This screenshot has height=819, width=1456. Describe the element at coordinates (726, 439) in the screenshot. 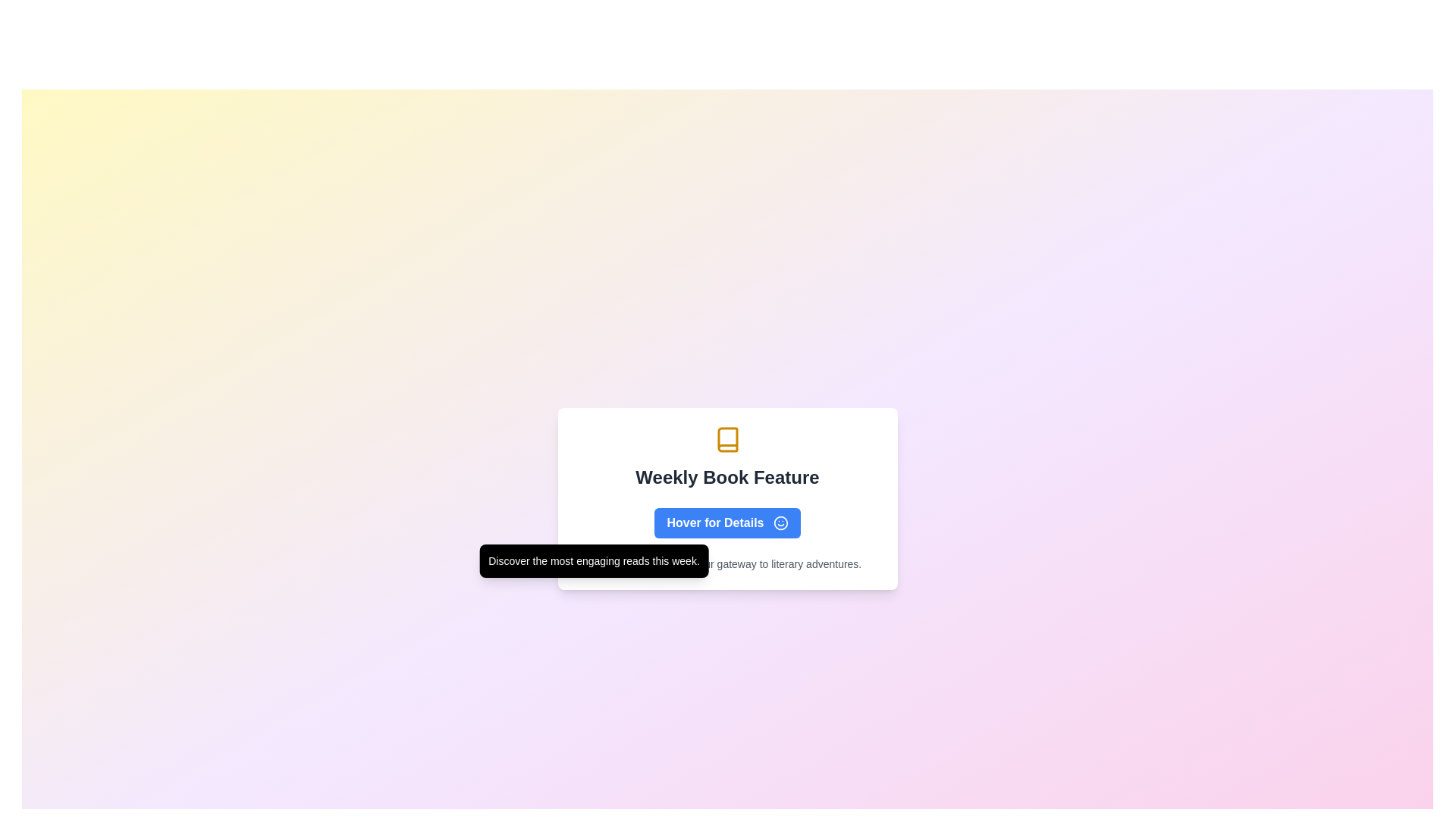

I see `the book icon located at the top-center of the 'Weekly Book Feature' section` at that location.